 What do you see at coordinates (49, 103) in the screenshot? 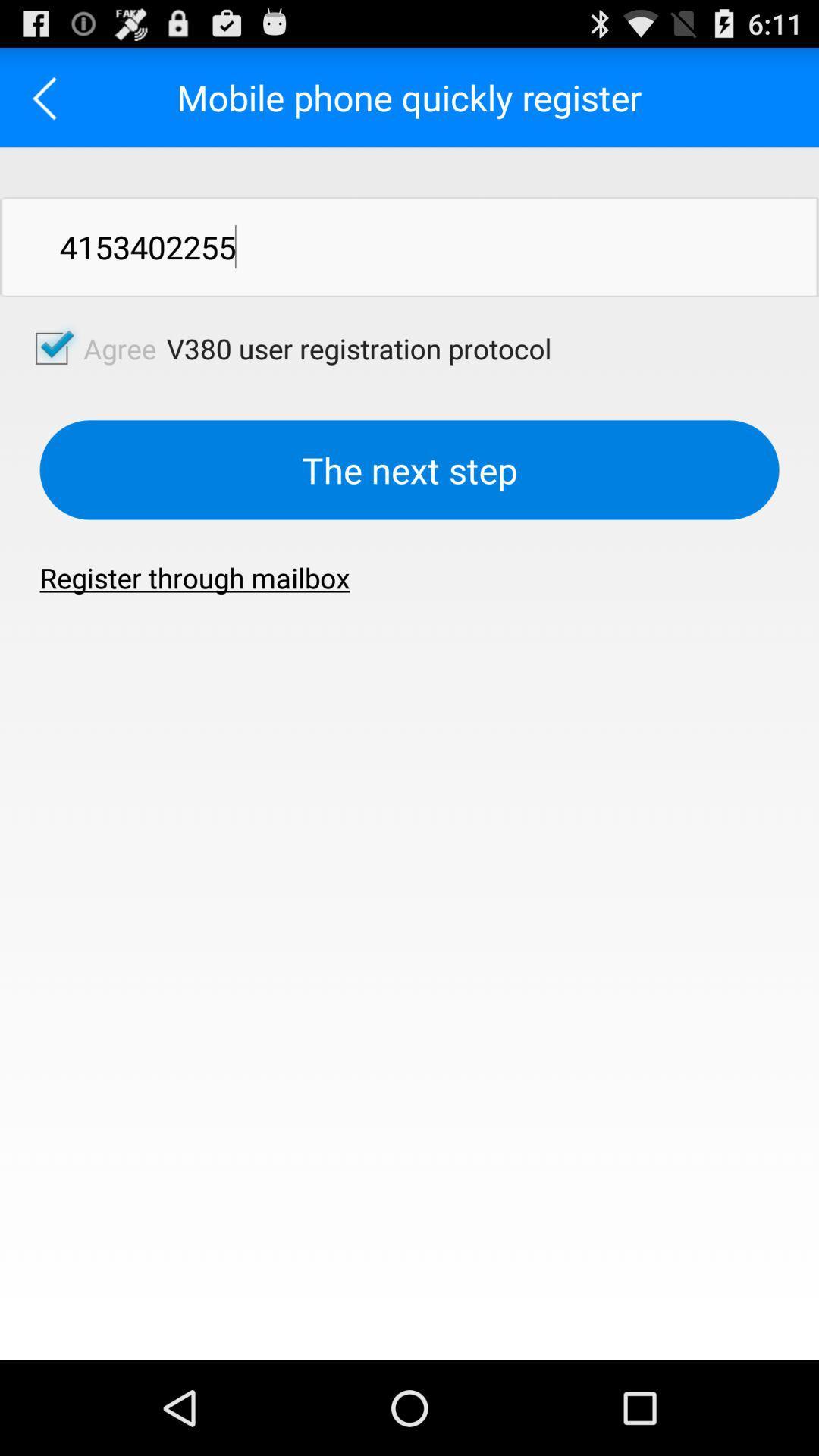
I see `the arrow_backward icon` at bounding box center [49, 103].